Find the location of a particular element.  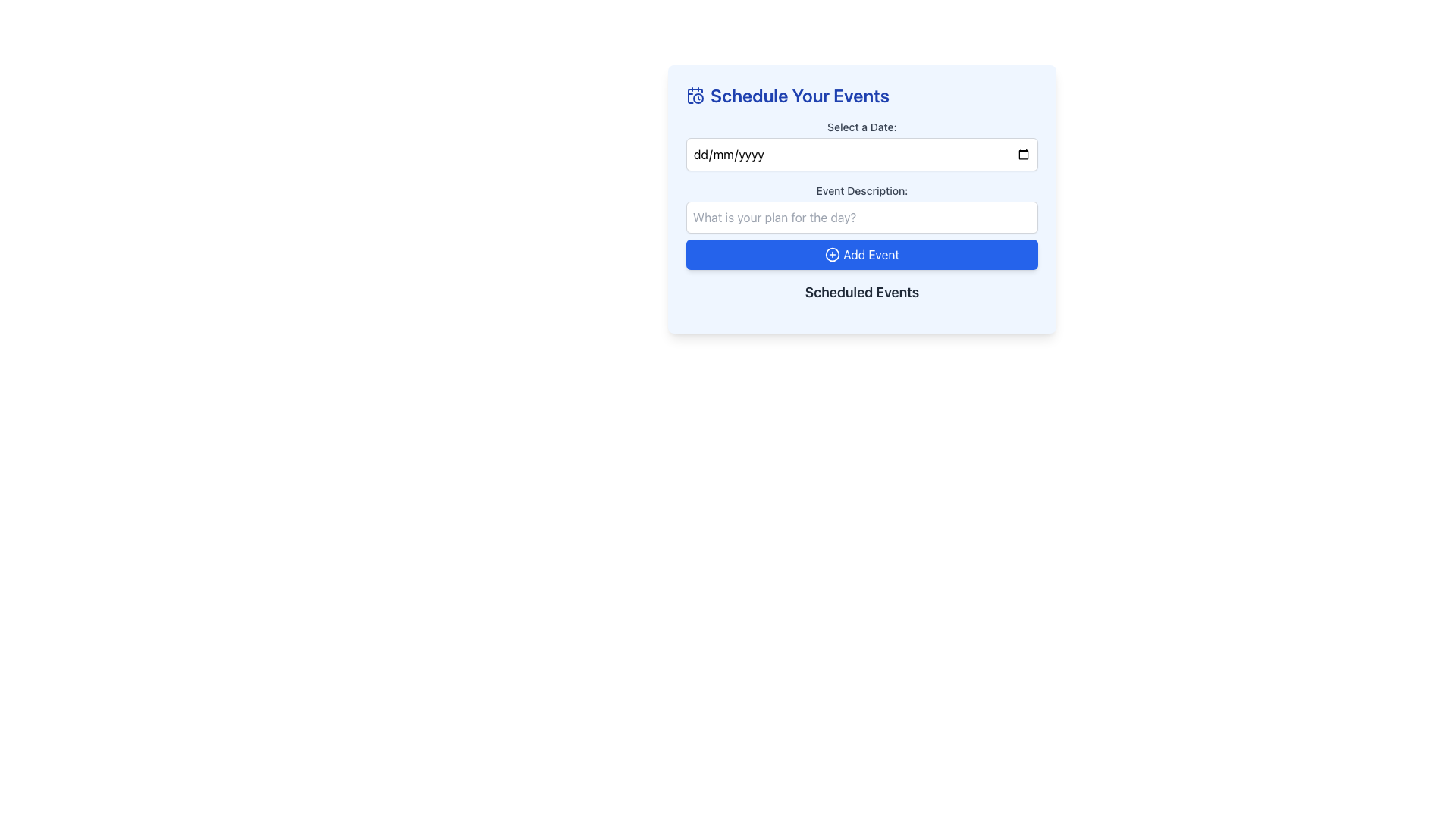

the Text Header displaying 'Schedule Your Events', which is centrally aligned above the 'Select a Date' field is located at coordinates (862, 96).